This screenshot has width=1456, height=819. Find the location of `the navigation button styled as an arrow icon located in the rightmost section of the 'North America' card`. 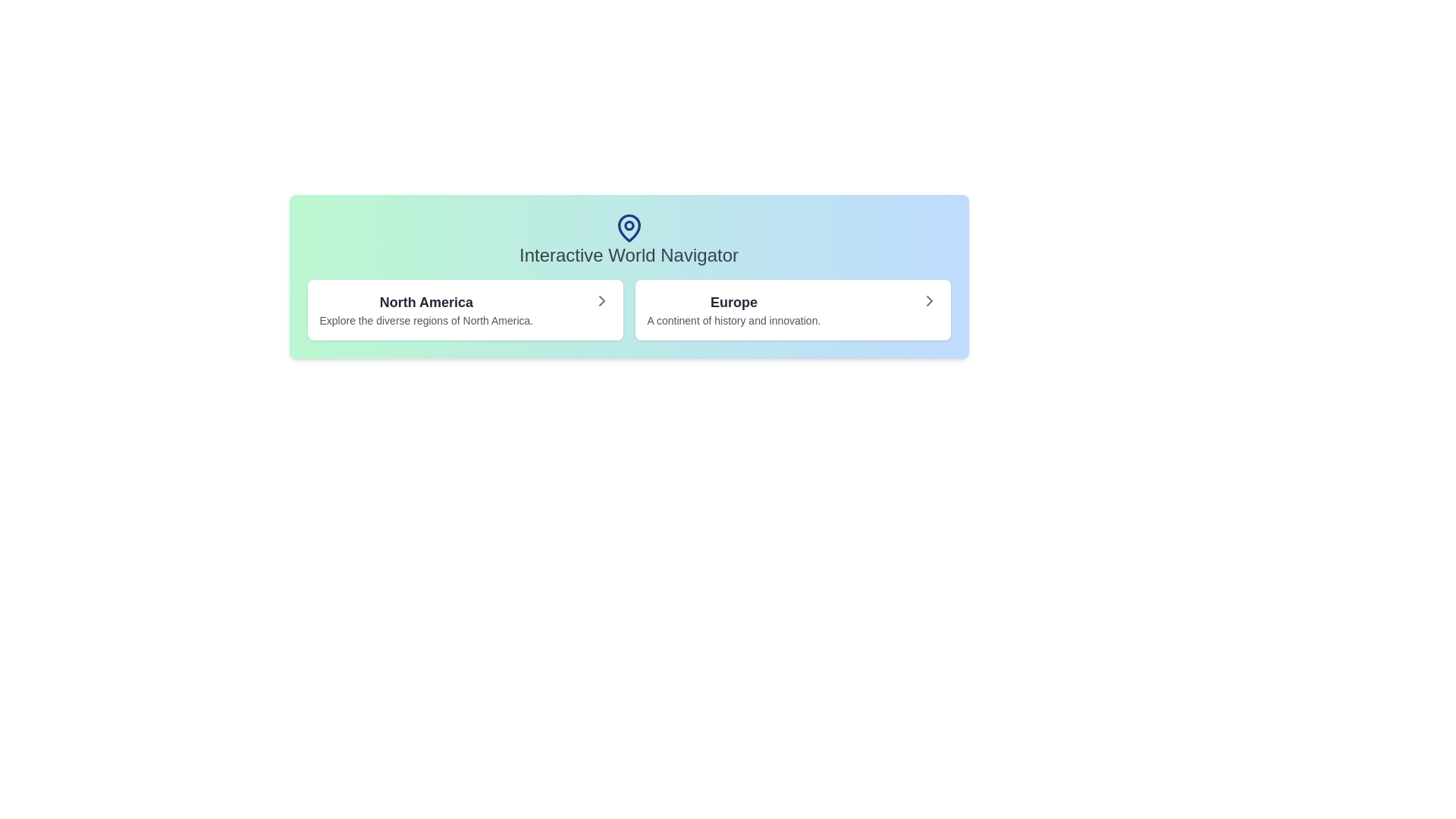

the navigation button styled as an arrow icon located in the rightmost section of the 'North America' card is located at coordinates (601, 301).